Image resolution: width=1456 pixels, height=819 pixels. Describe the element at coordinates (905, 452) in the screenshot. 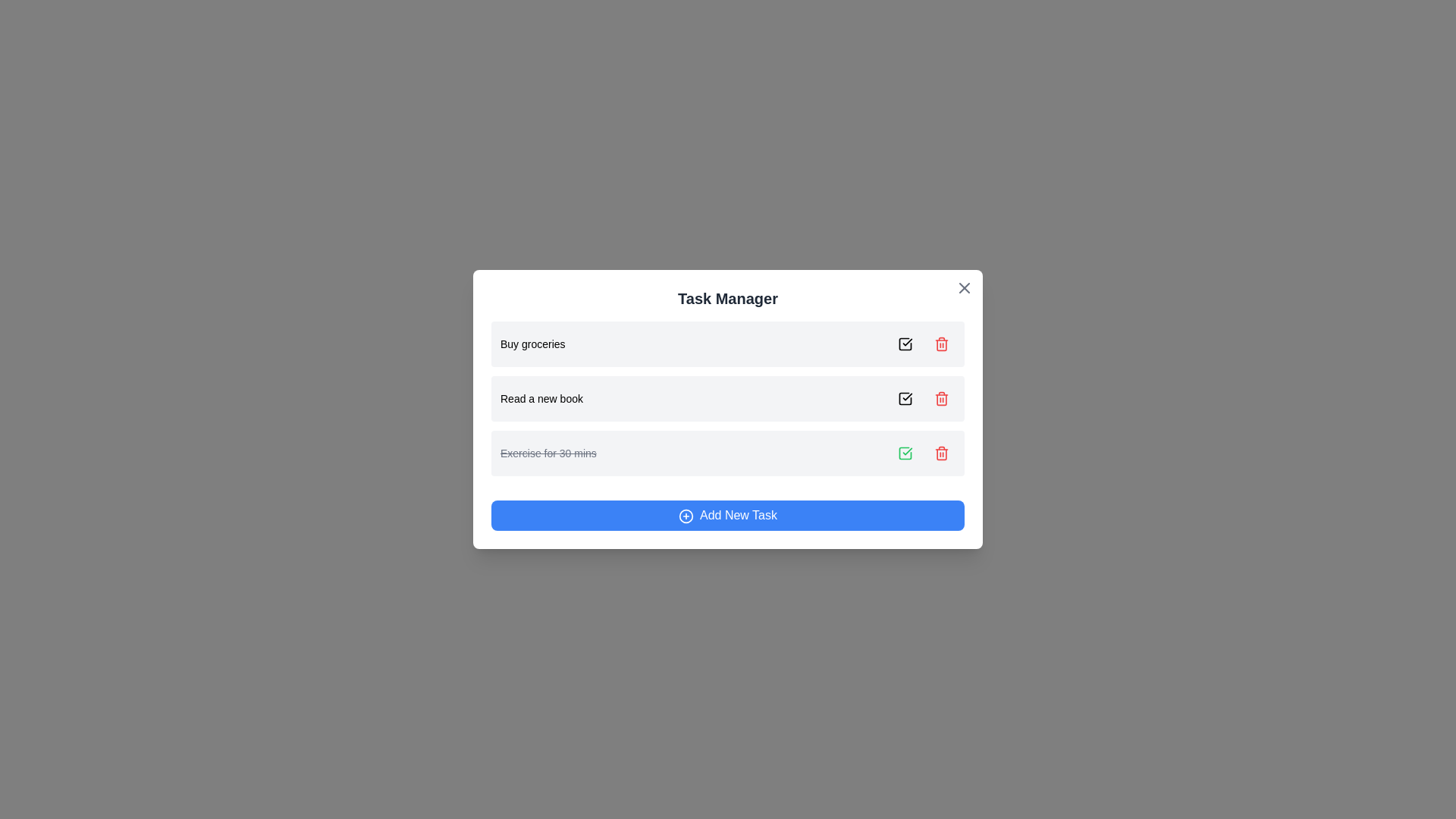

I see `the green checkbox with a checkmark icon, which is the third checkbox` at that location.